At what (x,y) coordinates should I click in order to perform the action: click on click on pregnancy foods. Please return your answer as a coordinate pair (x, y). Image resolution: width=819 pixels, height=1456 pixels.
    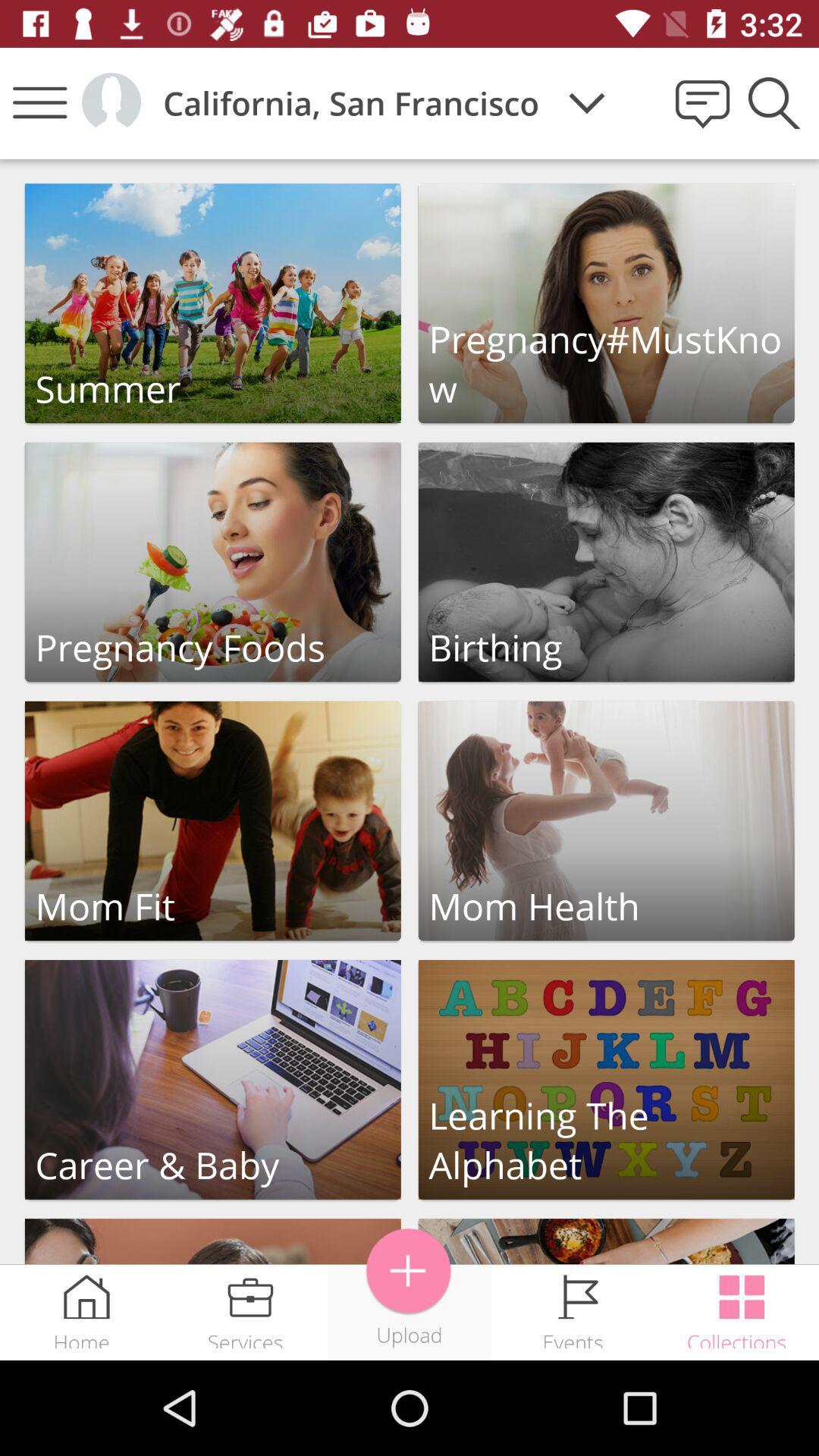
    Looking at the image, I should click on (212, 561).